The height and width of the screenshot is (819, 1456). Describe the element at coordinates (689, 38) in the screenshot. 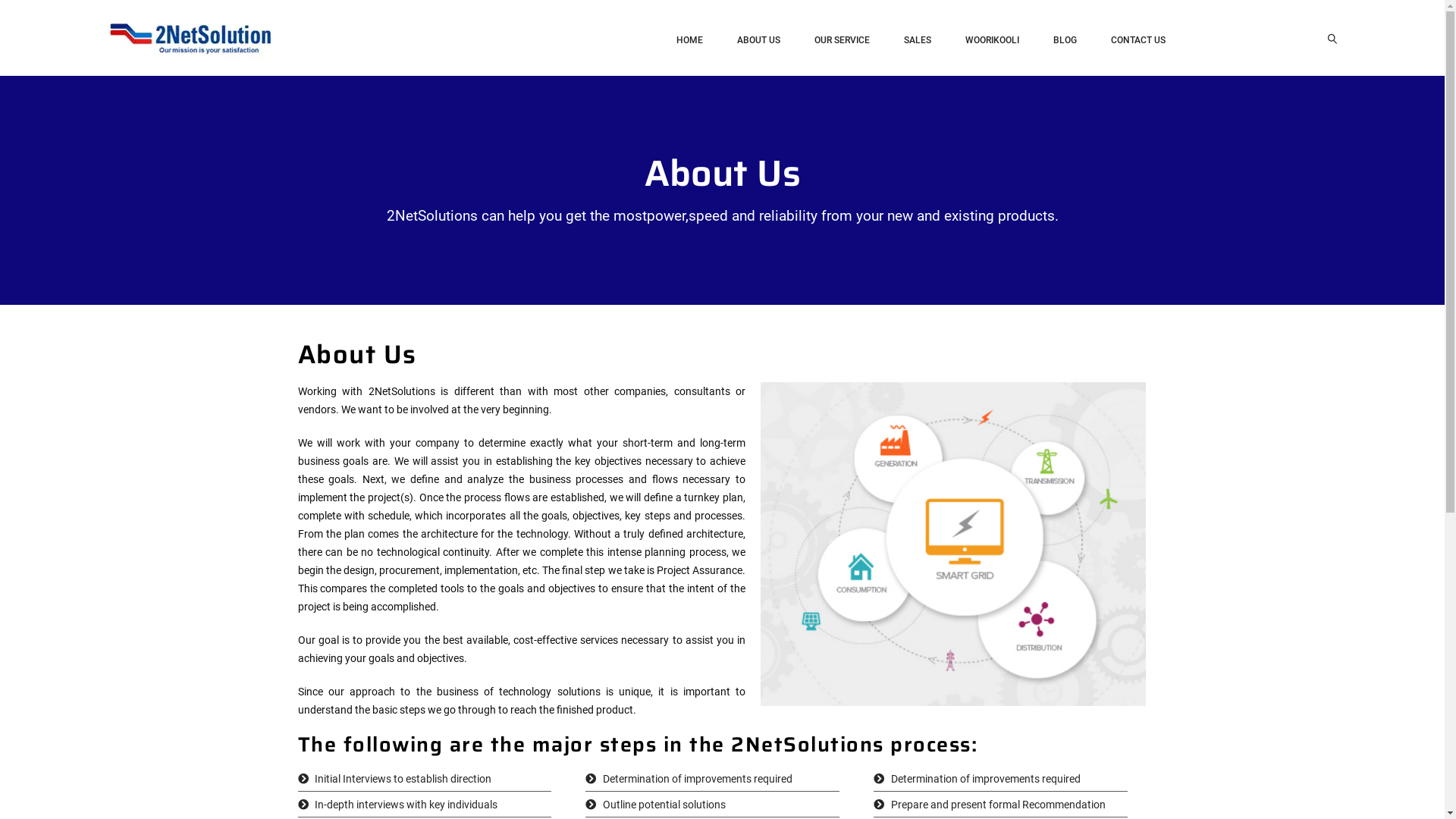

I see `'HOME'` at that location.